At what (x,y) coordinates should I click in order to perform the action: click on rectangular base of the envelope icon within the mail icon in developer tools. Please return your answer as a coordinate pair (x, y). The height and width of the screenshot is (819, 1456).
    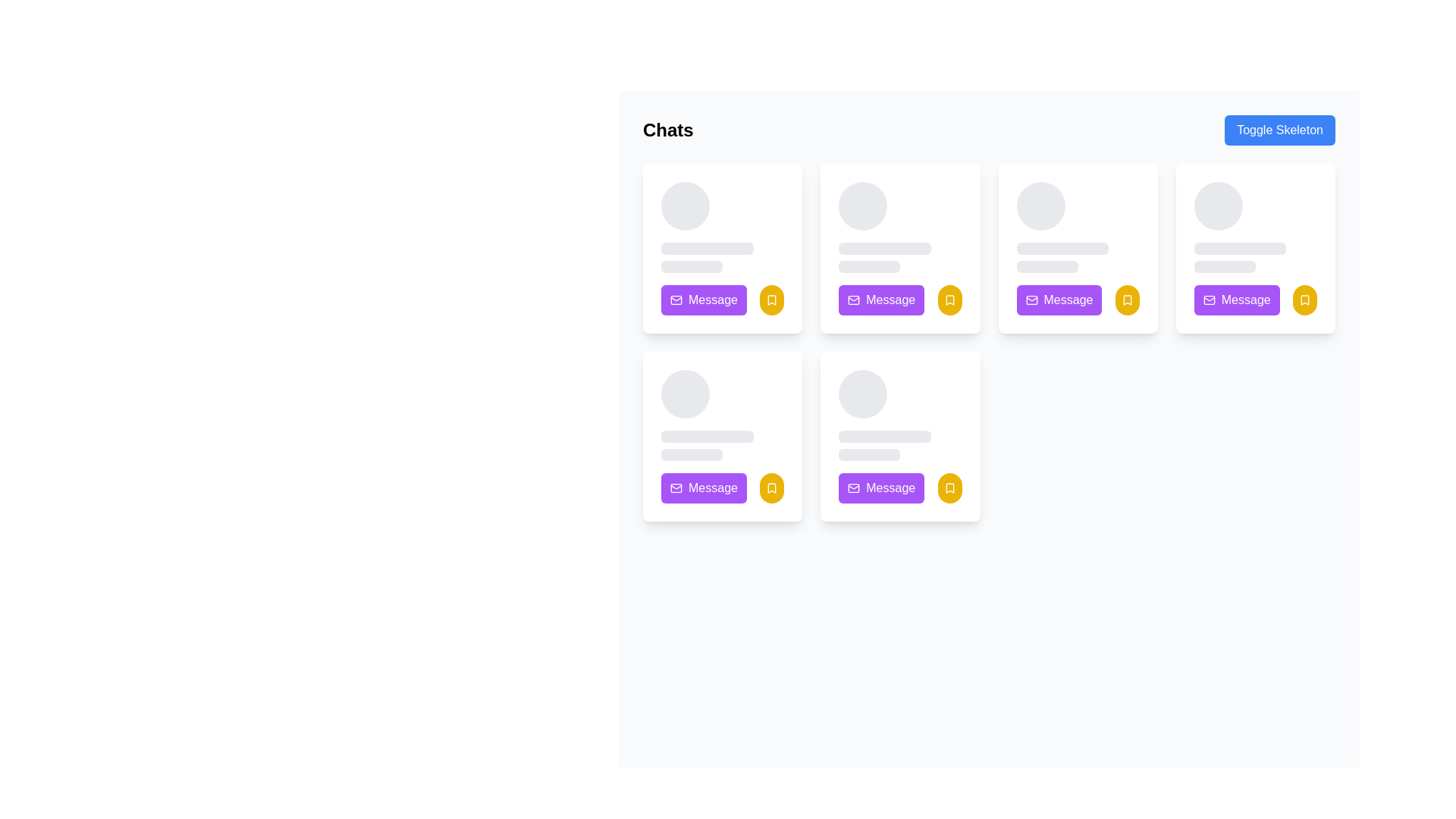
    Looking at the image, I should click on (1031, 300).